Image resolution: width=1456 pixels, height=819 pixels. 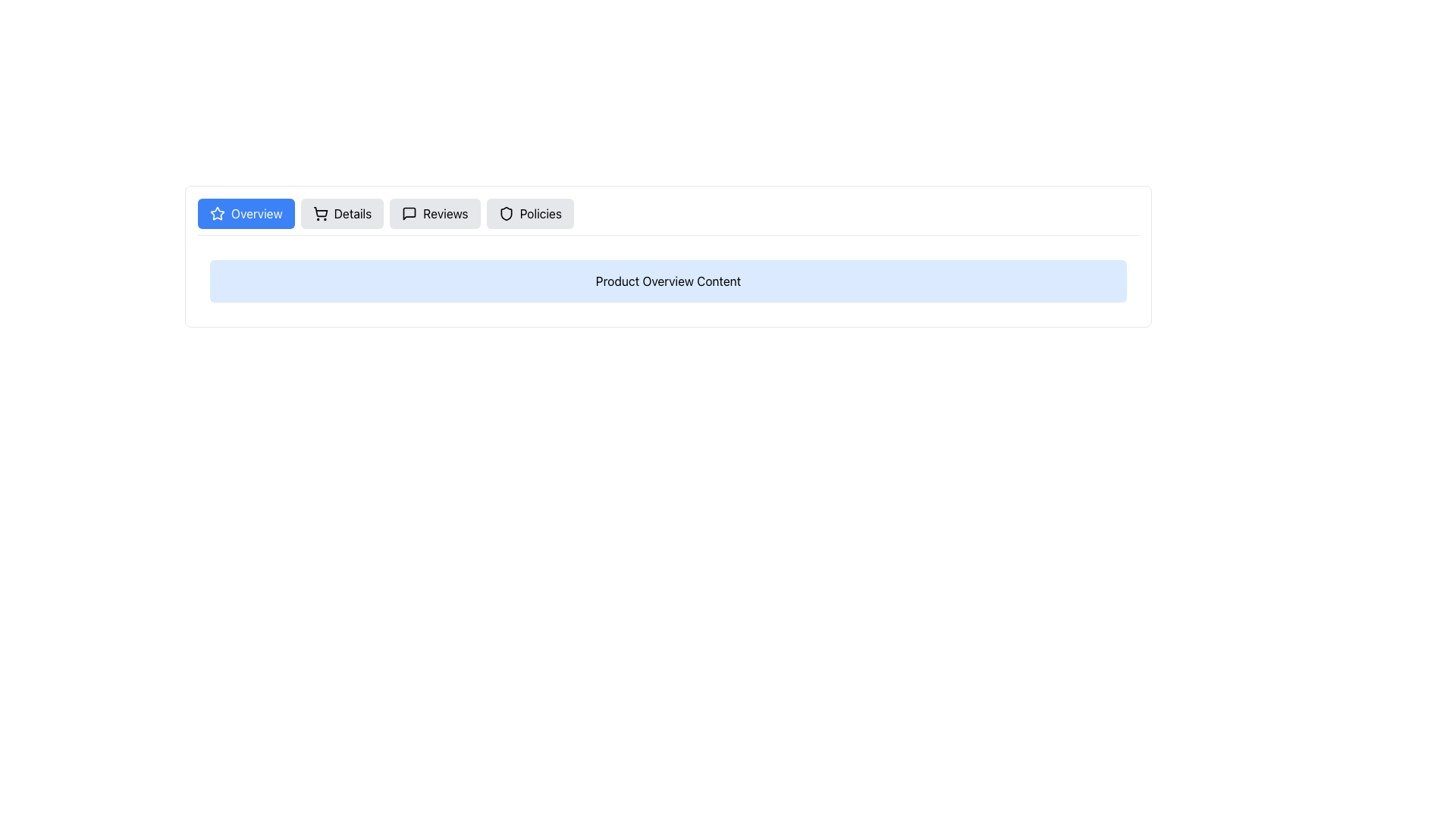 What do you see at coordinates (319, 213) in the screenshot?
I see `the shopping cart icon located within the 'Details' button, which is adjacent to the text label 'Details'` at bounding box center [319, 213].